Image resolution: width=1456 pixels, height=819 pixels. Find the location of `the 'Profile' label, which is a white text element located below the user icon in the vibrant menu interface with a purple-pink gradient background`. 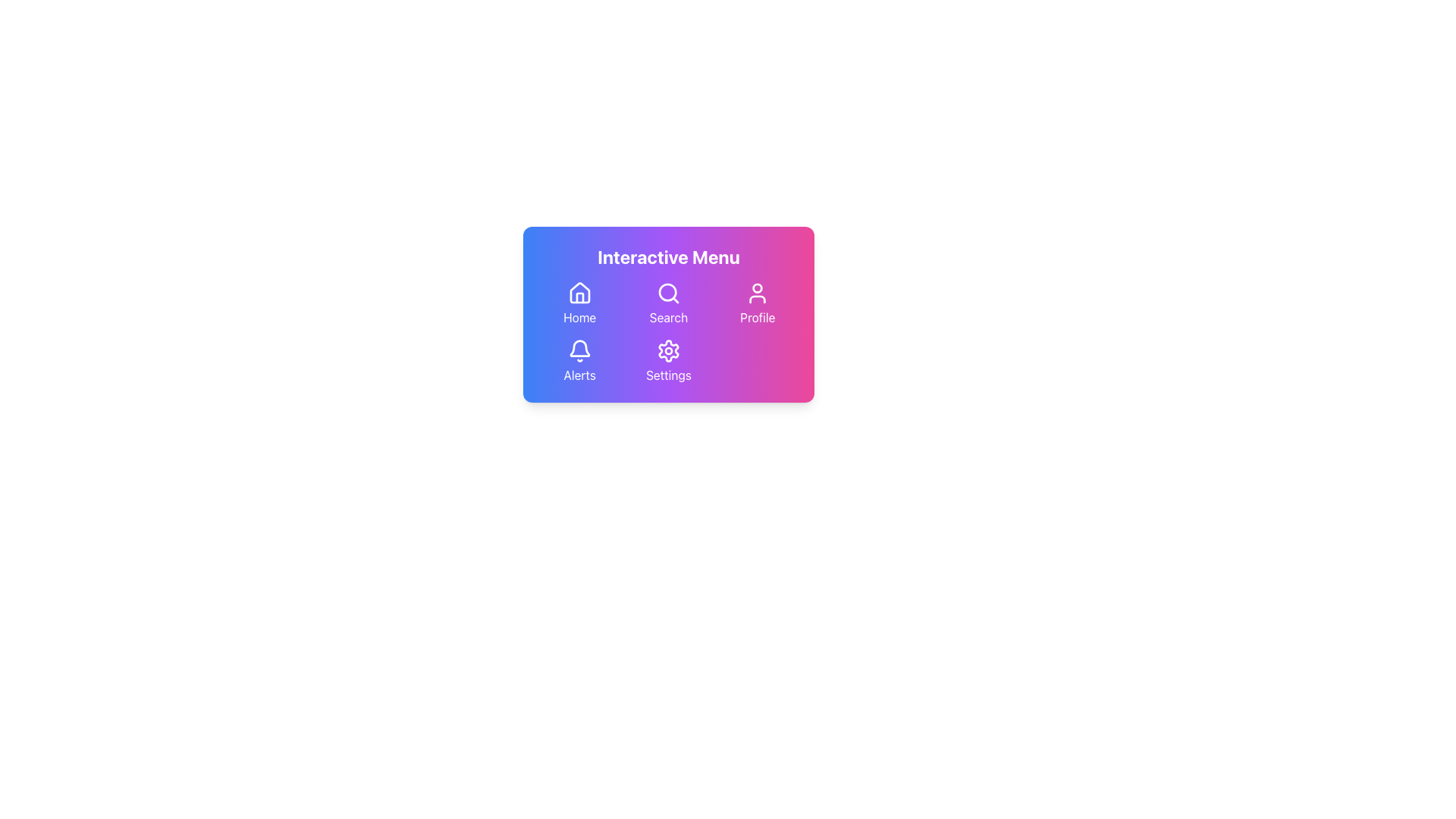

the 'Profile' label, which is a white text element located below the user icon in the vibrant menu interface with a purple-pink gradient background is located at coordinates (758, 317).